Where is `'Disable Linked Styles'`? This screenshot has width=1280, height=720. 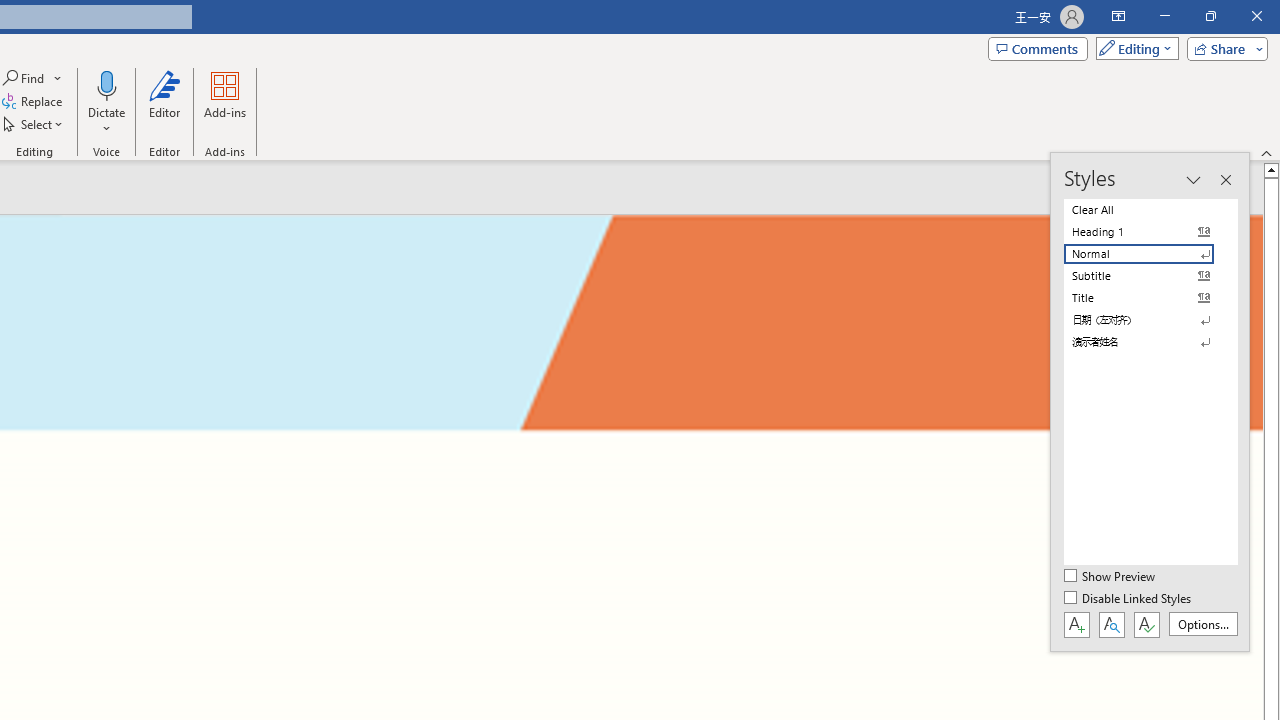
'Disable Linked Styles' is located at coordinates (1129, 598).